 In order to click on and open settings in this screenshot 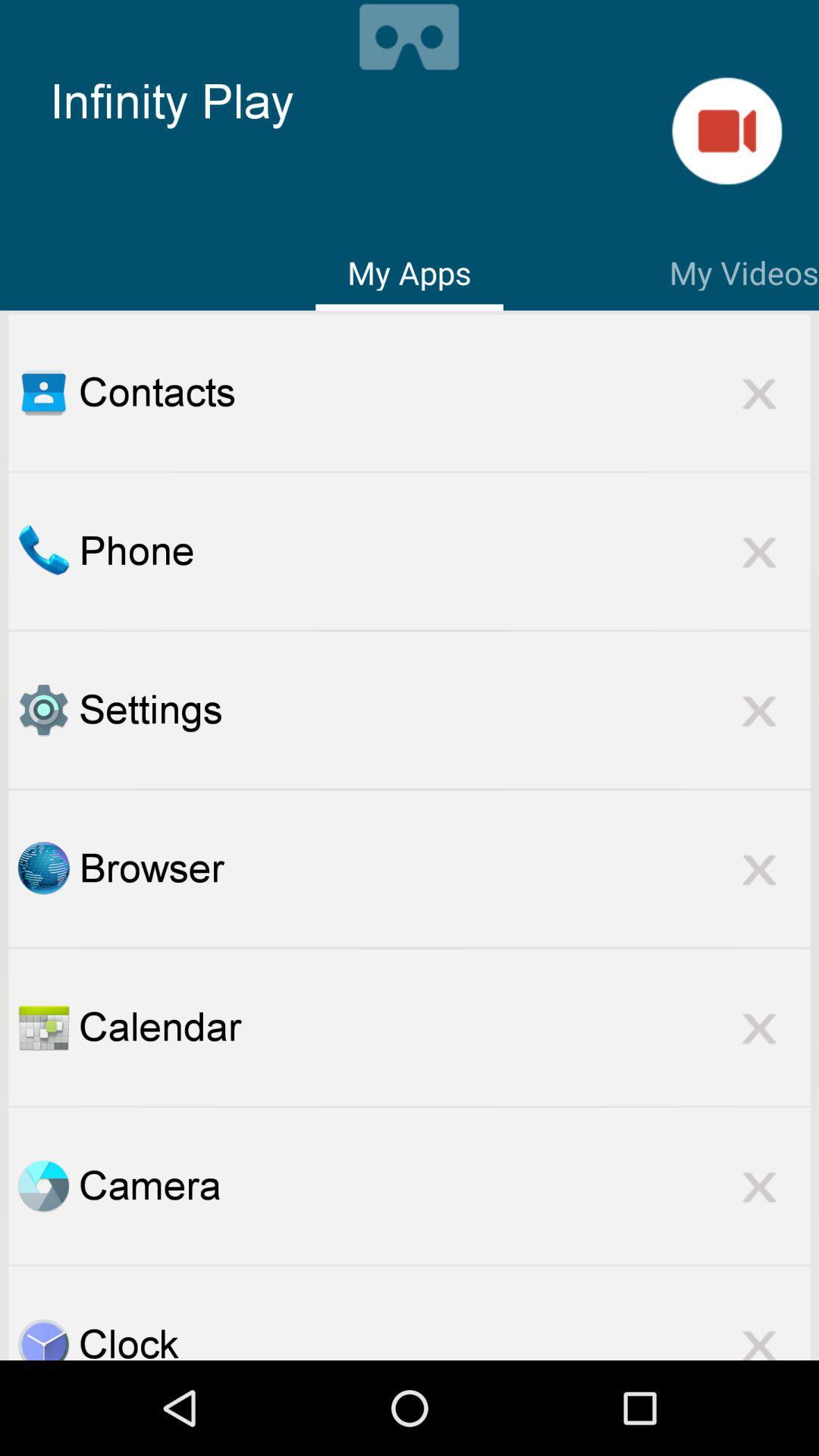, I will do `click(42, 709)`.